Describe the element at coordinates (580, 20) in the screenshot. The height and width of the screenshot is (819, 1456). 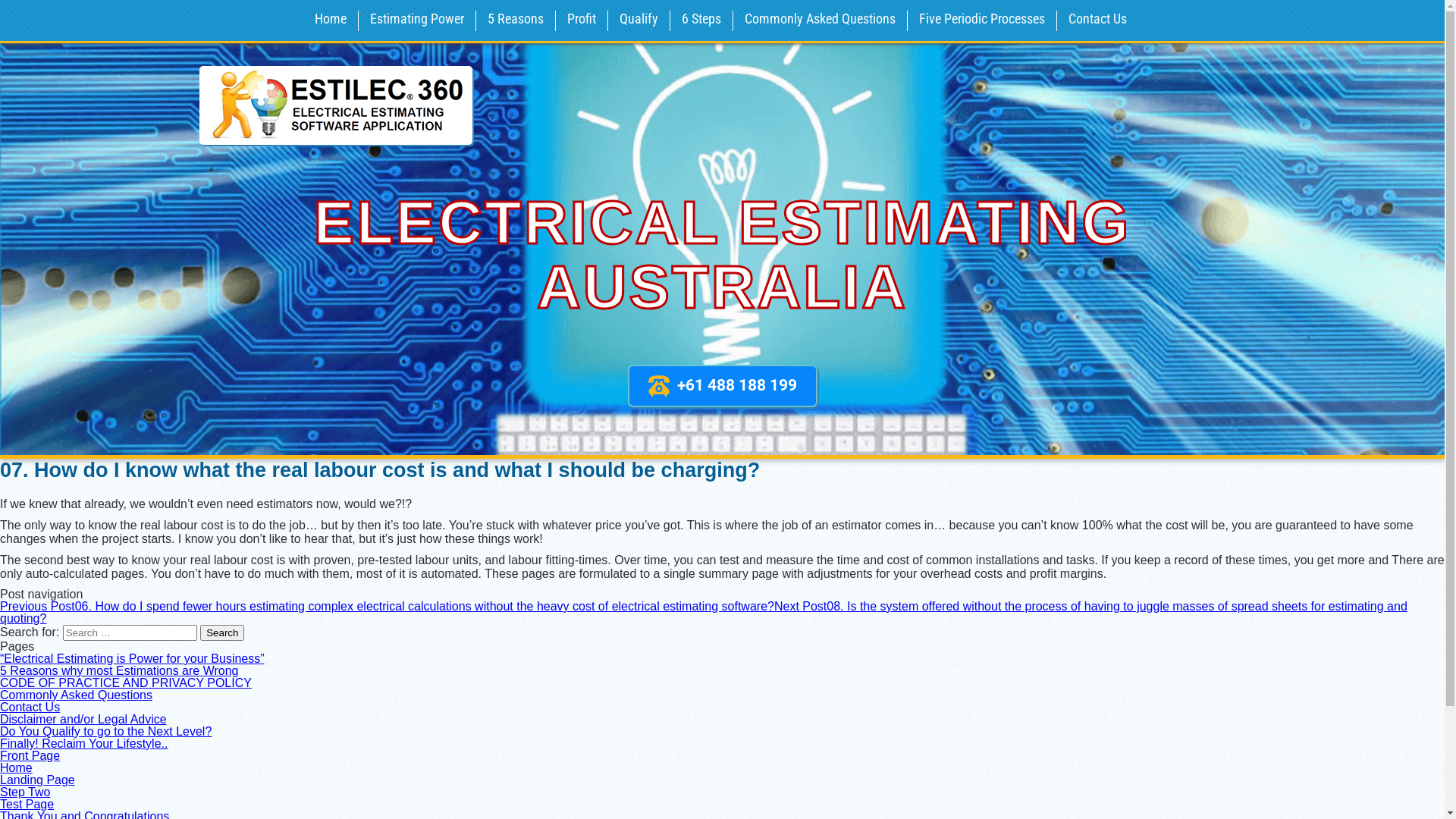
I see `'Profit'` at that location.